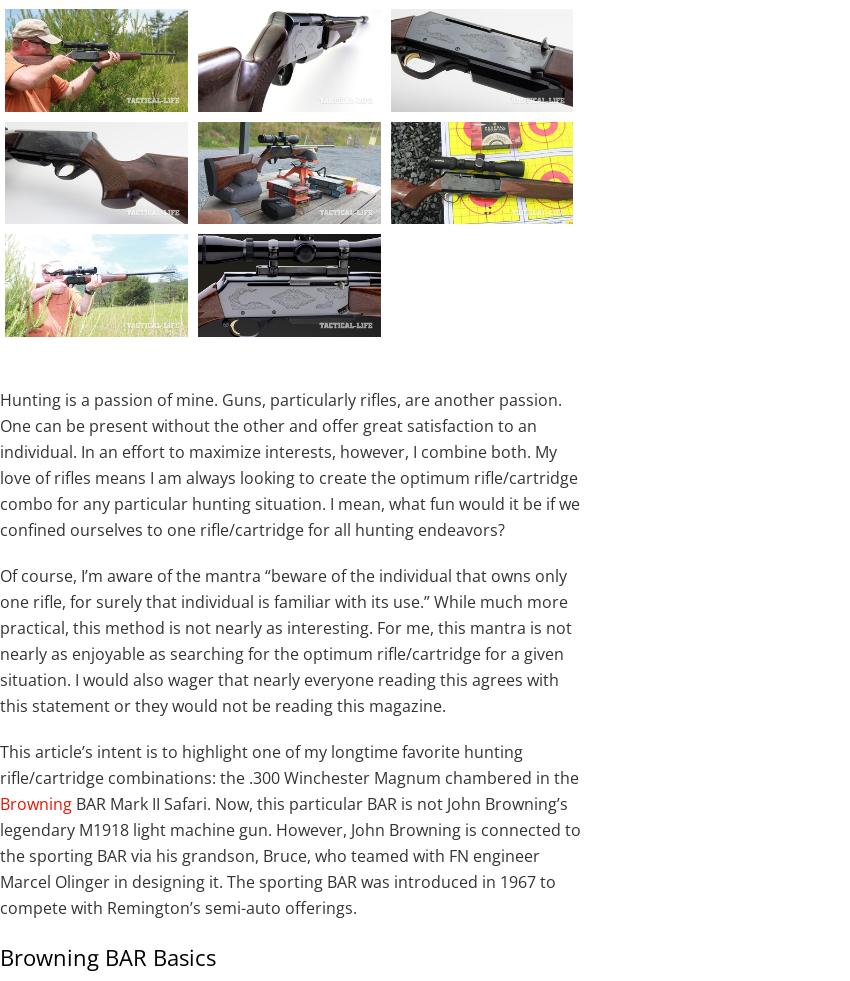  Describe the element at coordinates (415, 88) in the screenshot. I see `'The Mark II Safari variant comes with an engraved steel receiver.'` at that location.